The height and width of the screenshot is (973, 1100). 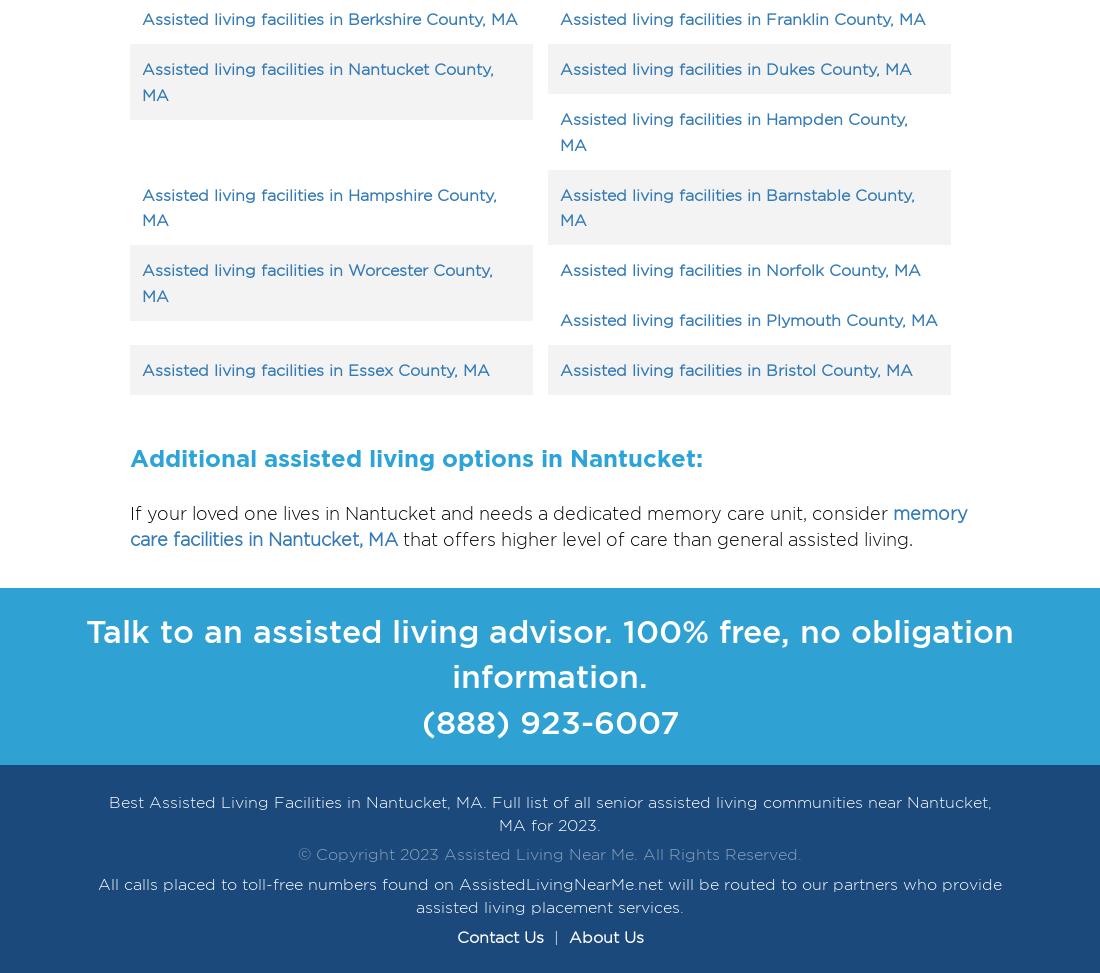 What do you see at coordinates (511, 512) in the screenshot?
I see `'If your loved one lives in Nantucket and needs a dedicated memory care unit, consider'` at bounding box center [511, 512].